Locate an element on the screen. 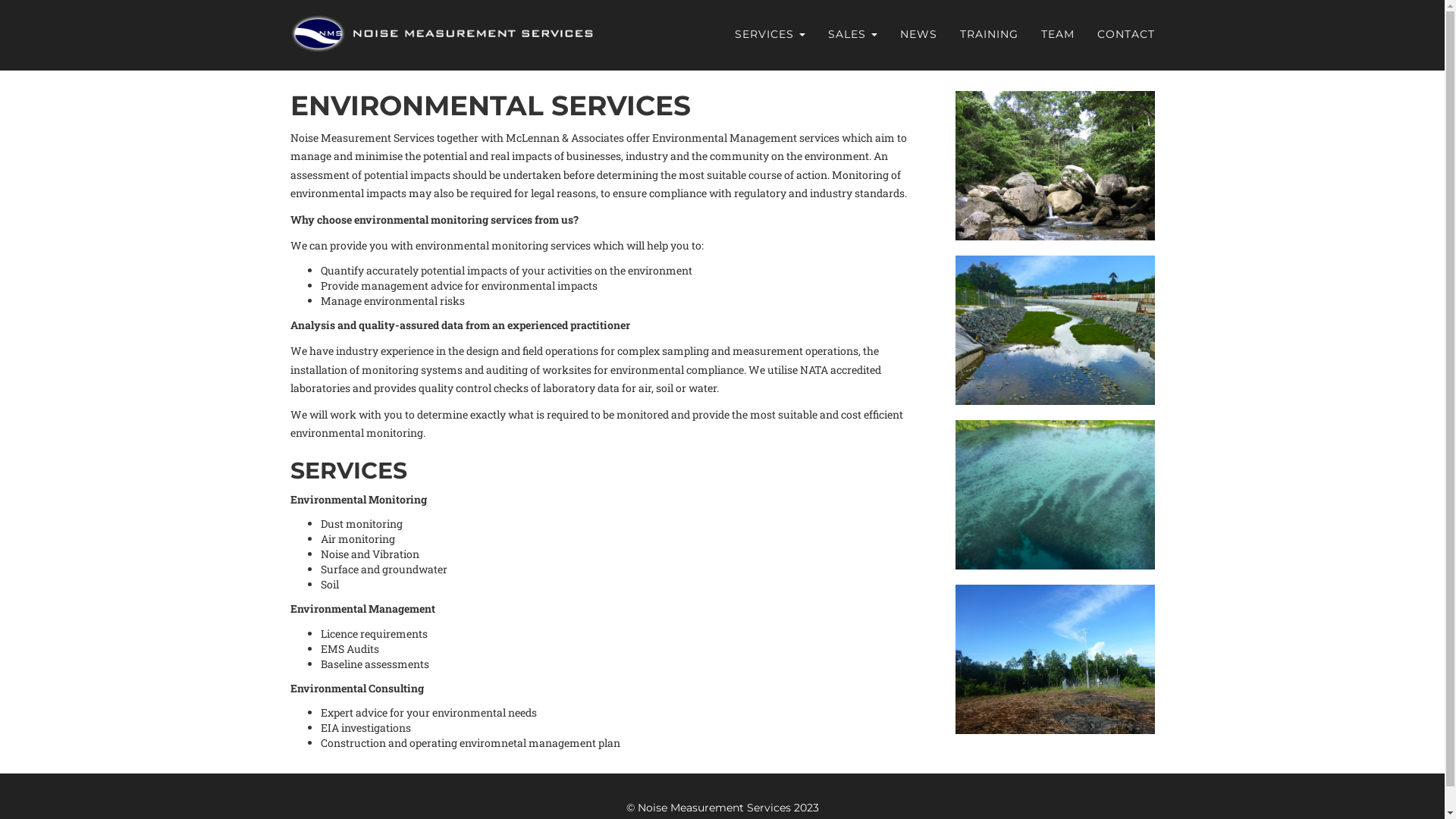 The width and height of the screenshot is (1456, 819). 'SERVICES' is located at coordinates (770, 34).